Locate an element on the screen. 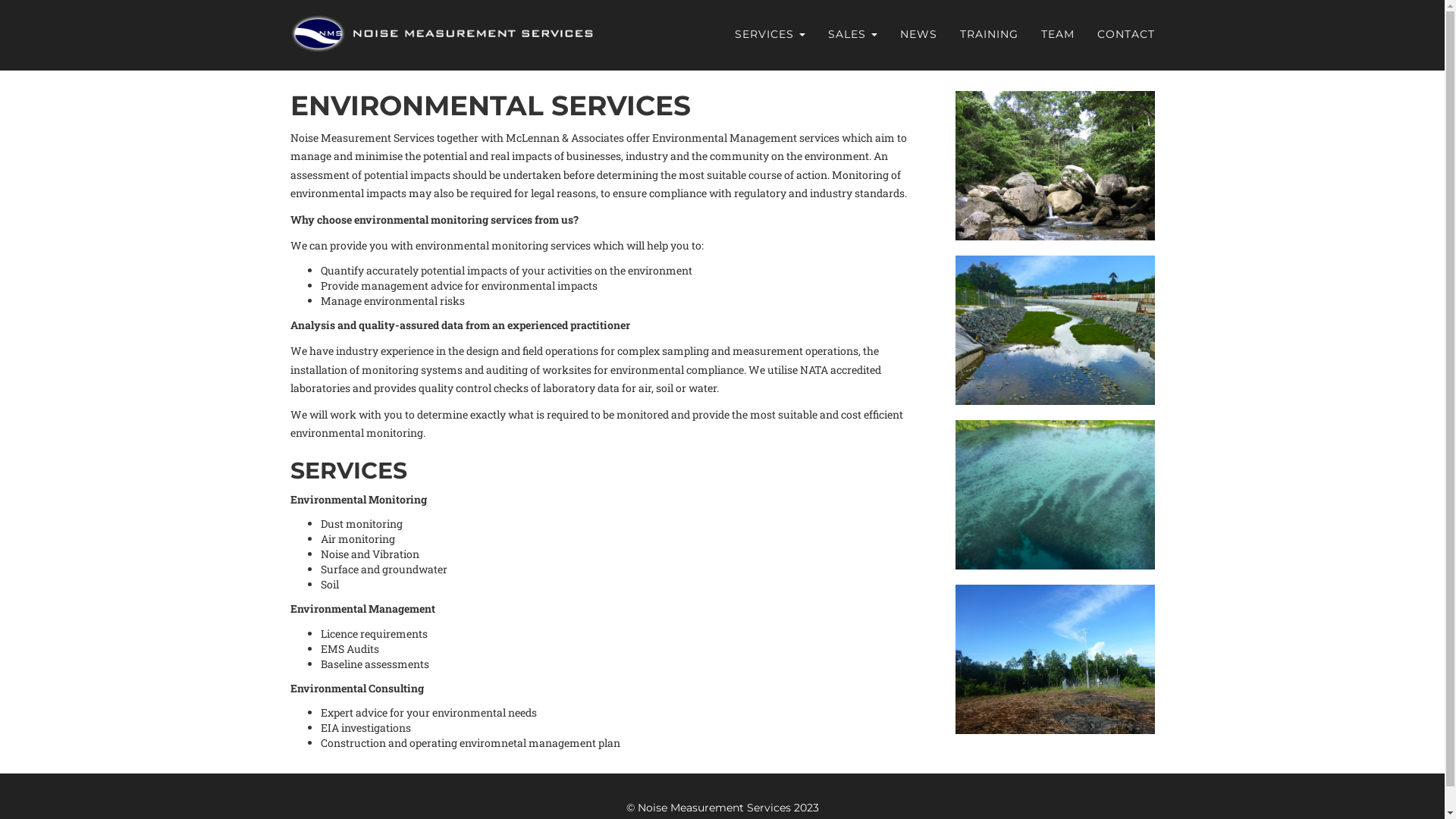 The width and height of the screenshot is (1456, 819). 'SERVICES' is located at coordinates (770, 34).